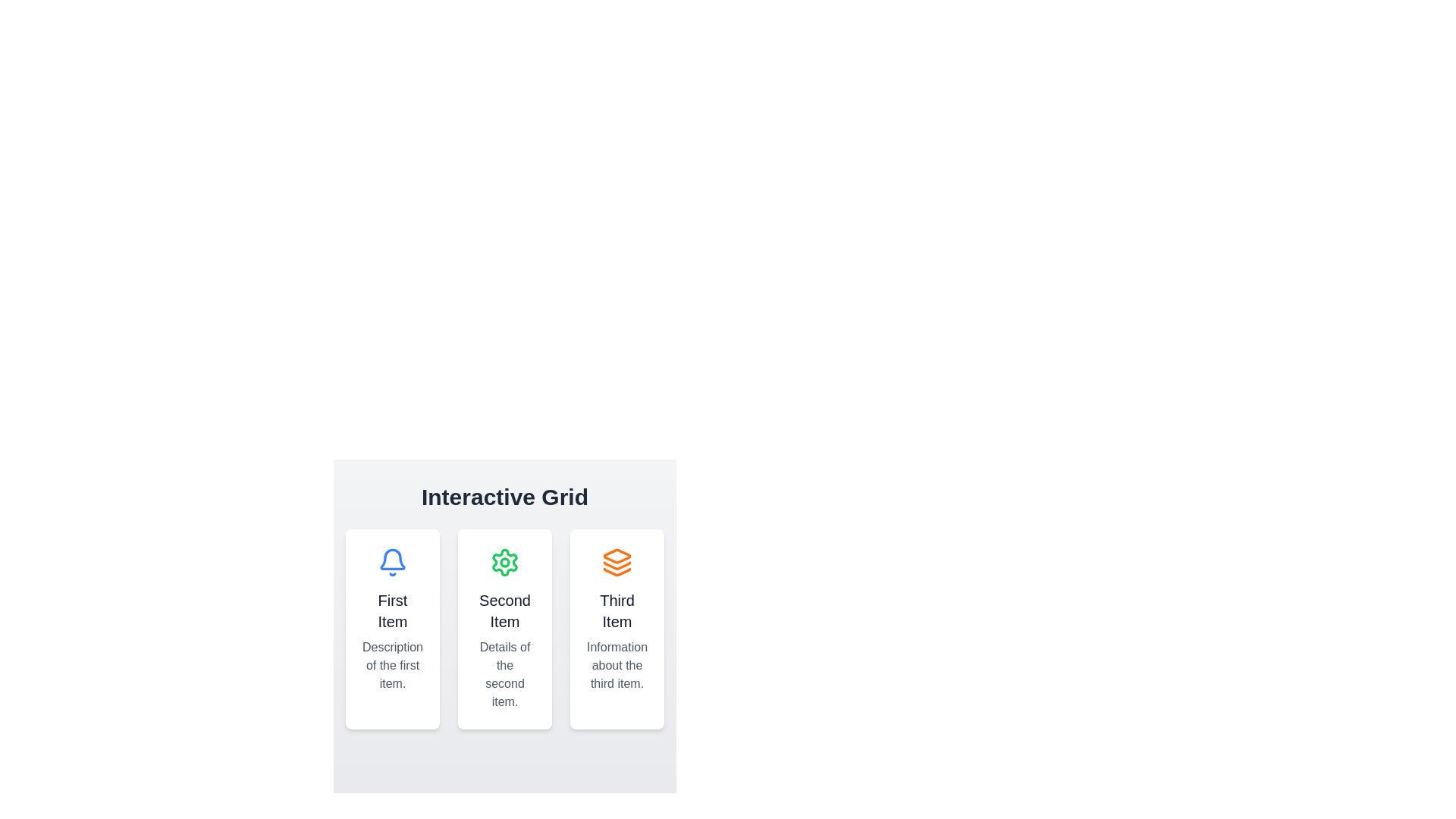  What do you see at coordinates (617, 665) in the screenshot?
I see `the informational static text field that provides details about the 'Third Item' card, located beneath the 'Third Item' text in the bottom section of the card` at bounding box center [617, 665].